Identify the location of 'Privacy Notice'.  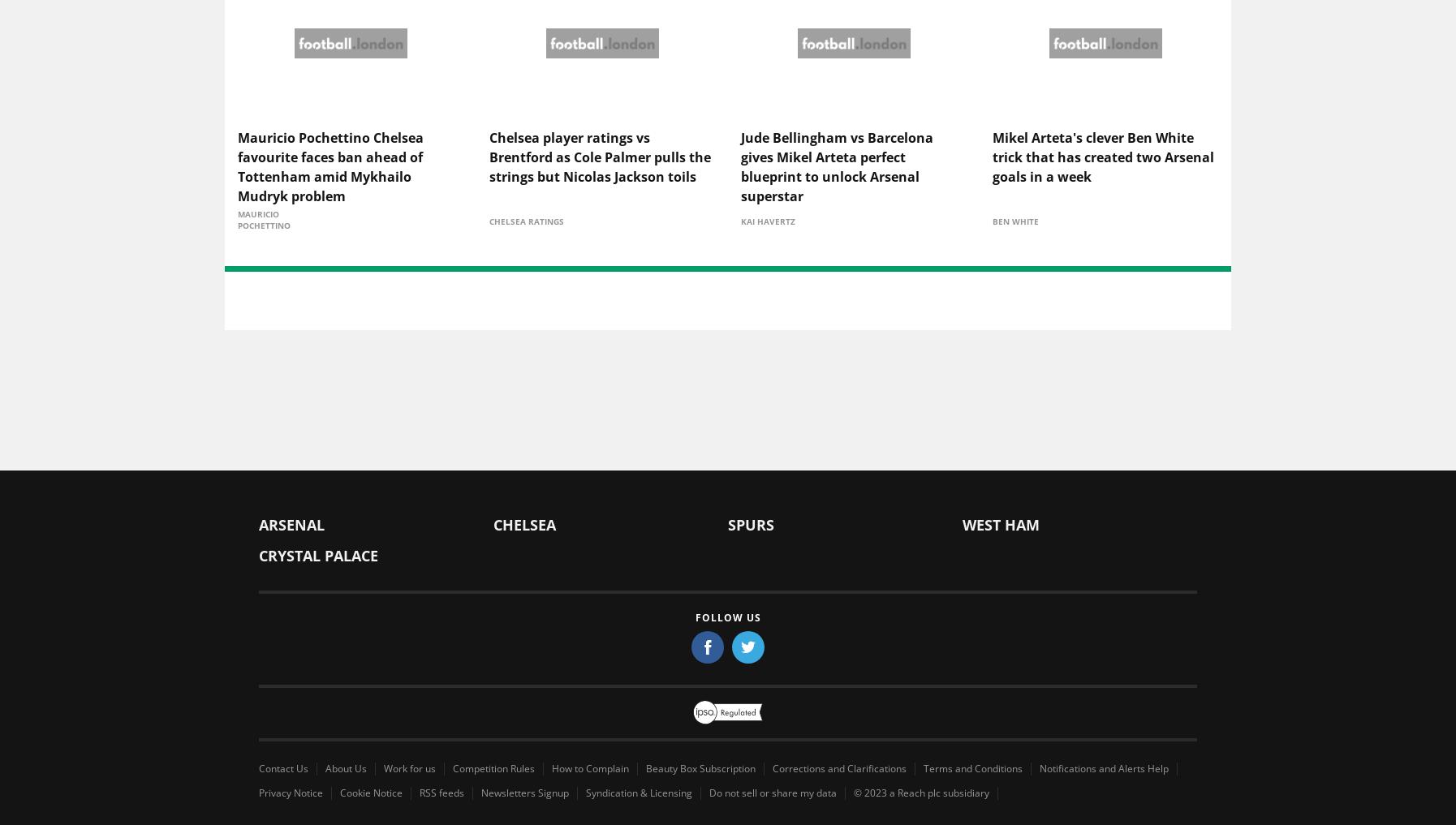
(290, 794).